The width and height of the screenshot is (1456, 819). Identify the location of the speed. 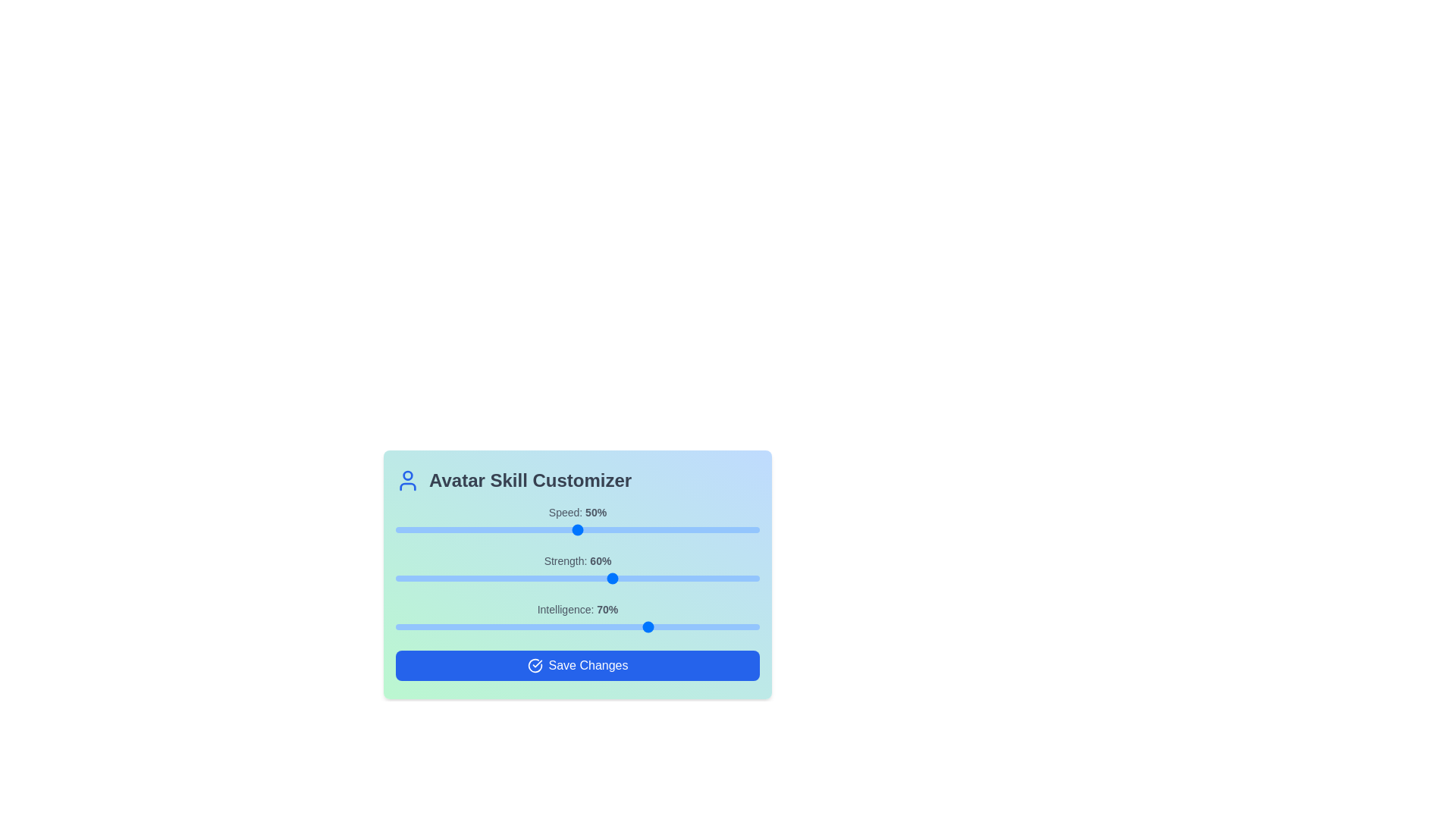
(512, 529).